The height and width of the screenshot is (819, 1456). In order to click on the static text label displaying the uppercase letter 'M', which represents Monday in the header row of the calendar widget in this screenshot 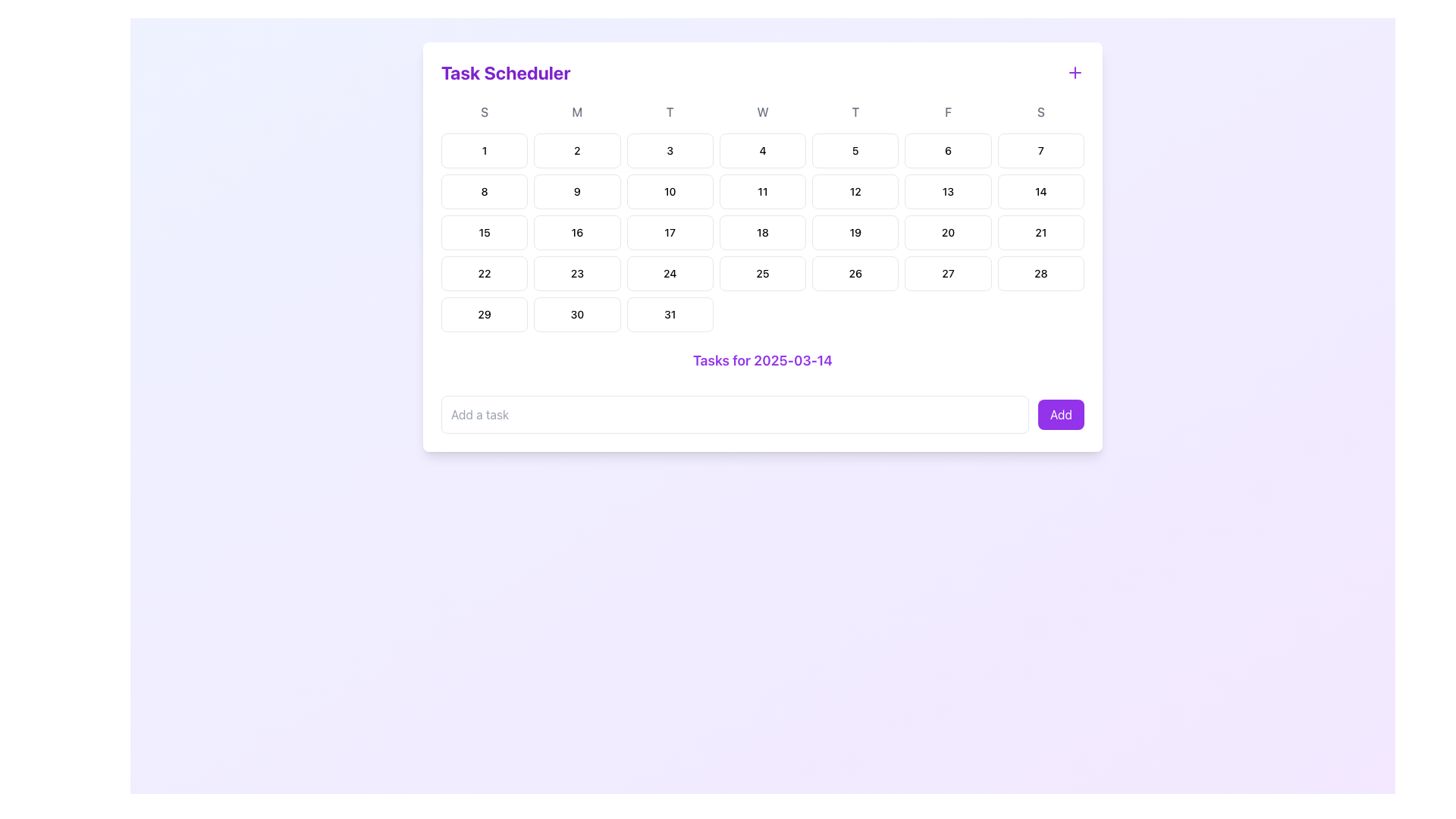, I will do `click(576, 111)`.